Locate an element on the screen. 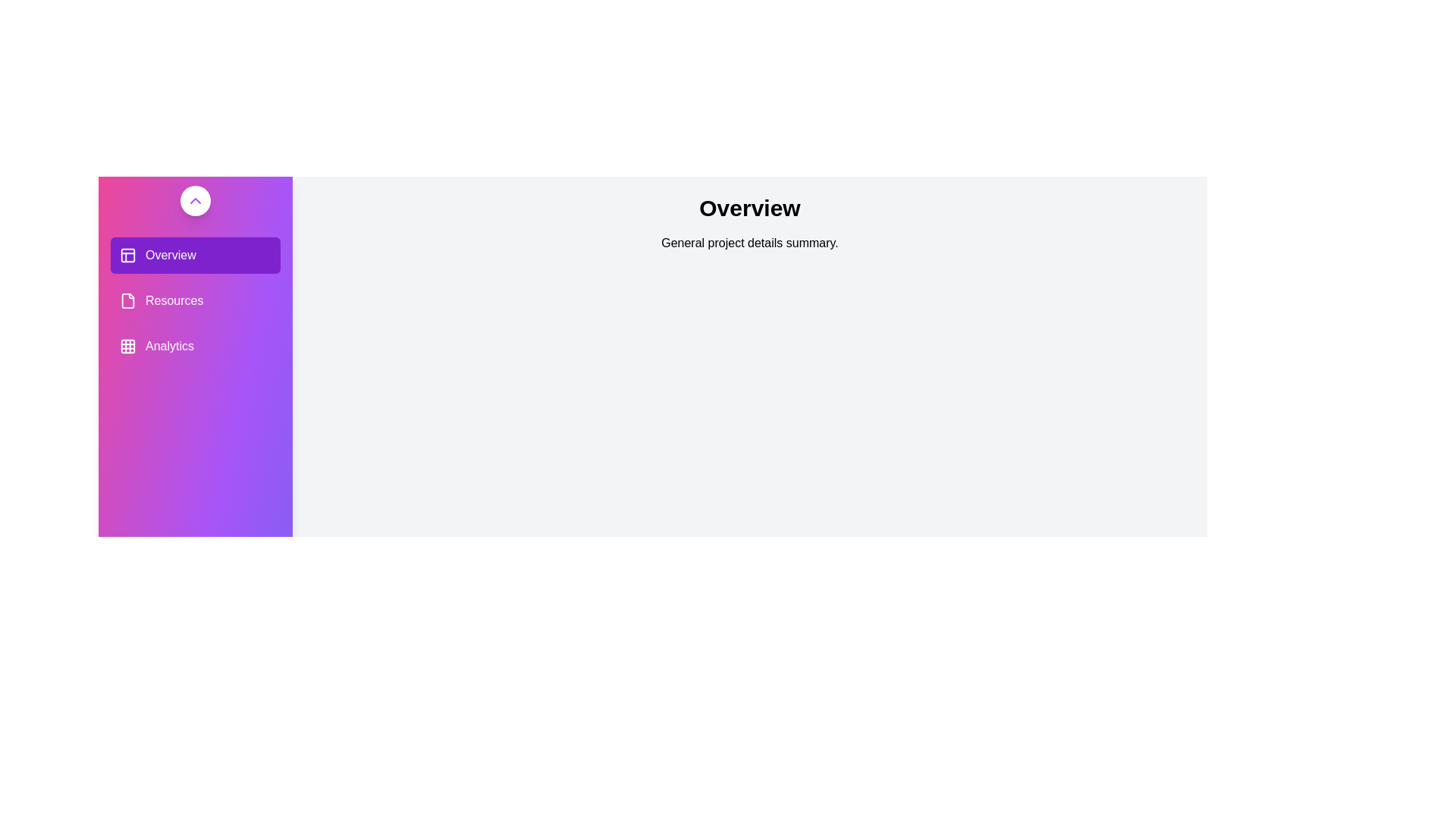  the section Analytics from the sidebar is located at coordinates (195, 346).